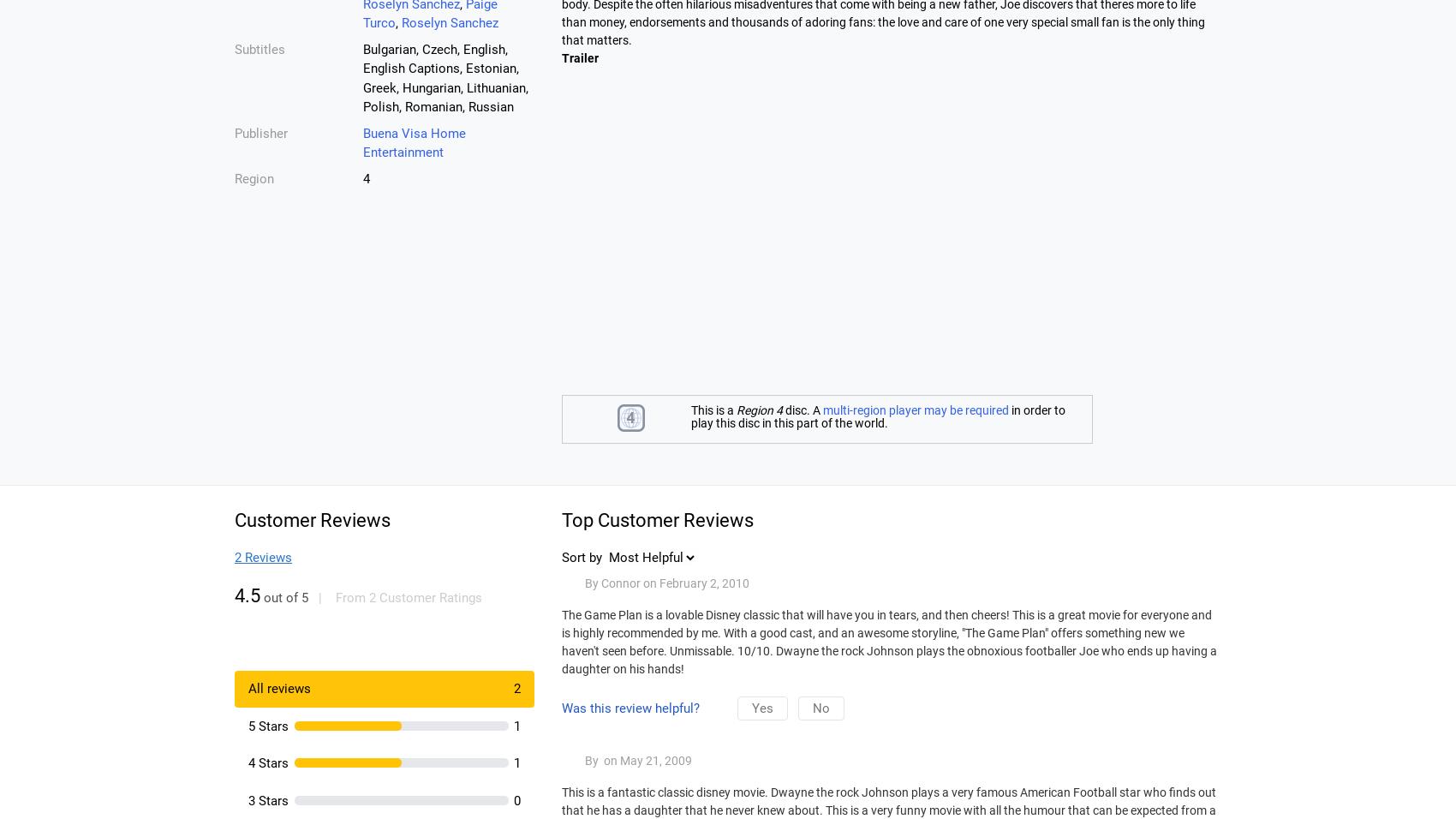  I want to click on ', Hungarian', so click(397, 87).